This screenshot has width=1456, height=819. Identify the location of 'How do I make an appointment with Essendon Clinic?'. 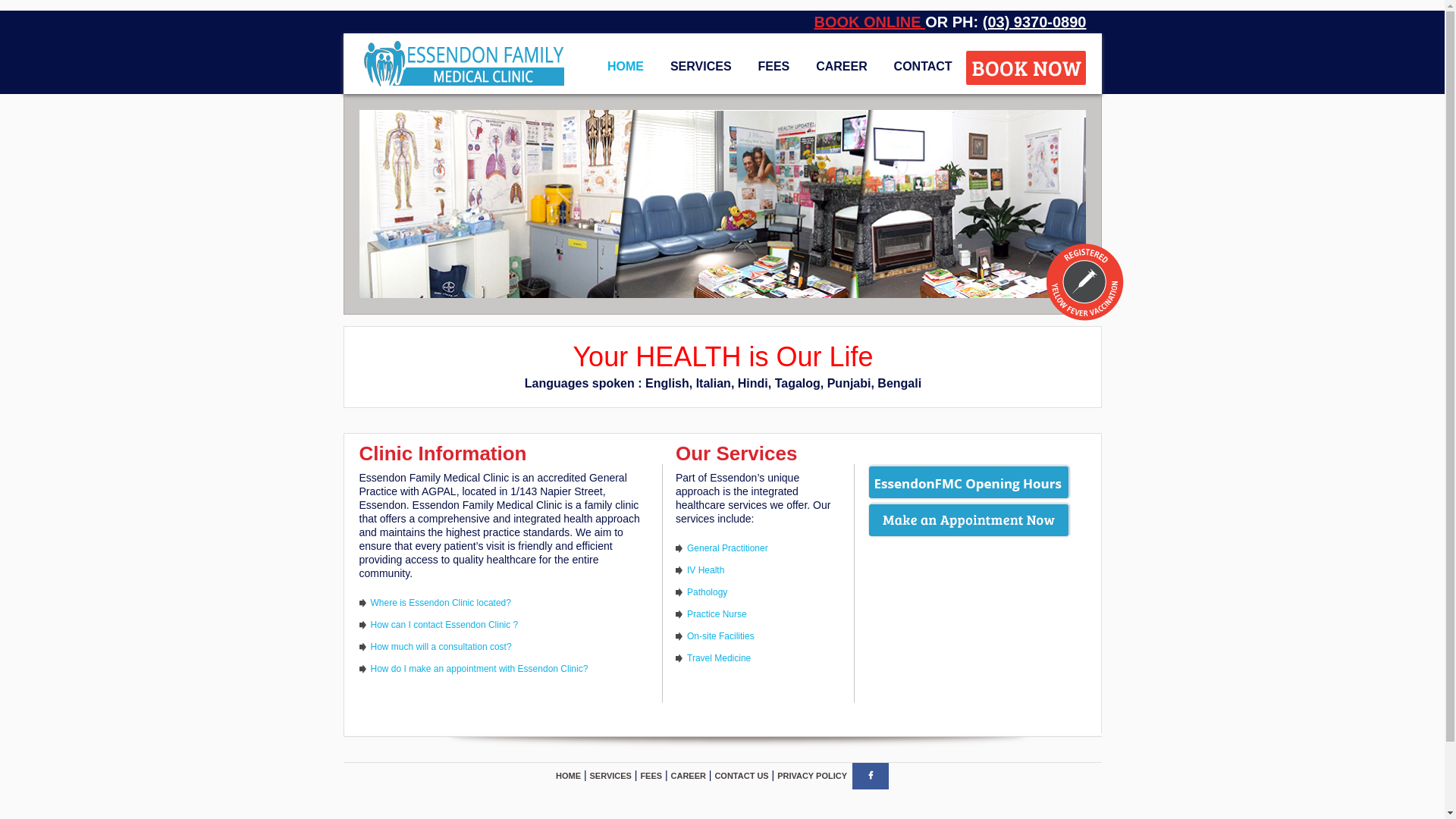
(478, 668).